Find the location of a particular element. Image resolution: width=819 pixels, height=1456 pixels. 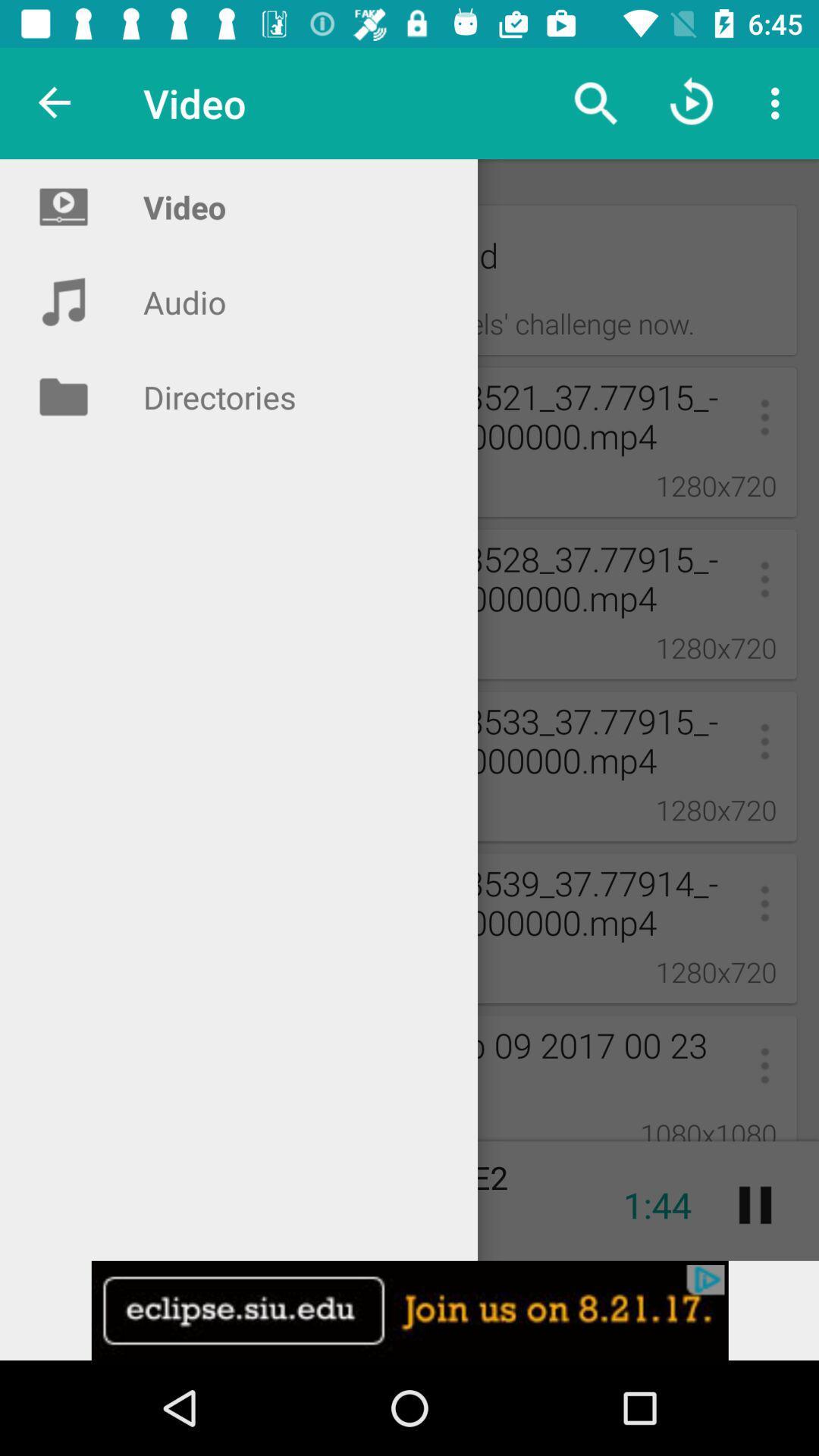

the pause icon is located at coordinates (755, 1204).